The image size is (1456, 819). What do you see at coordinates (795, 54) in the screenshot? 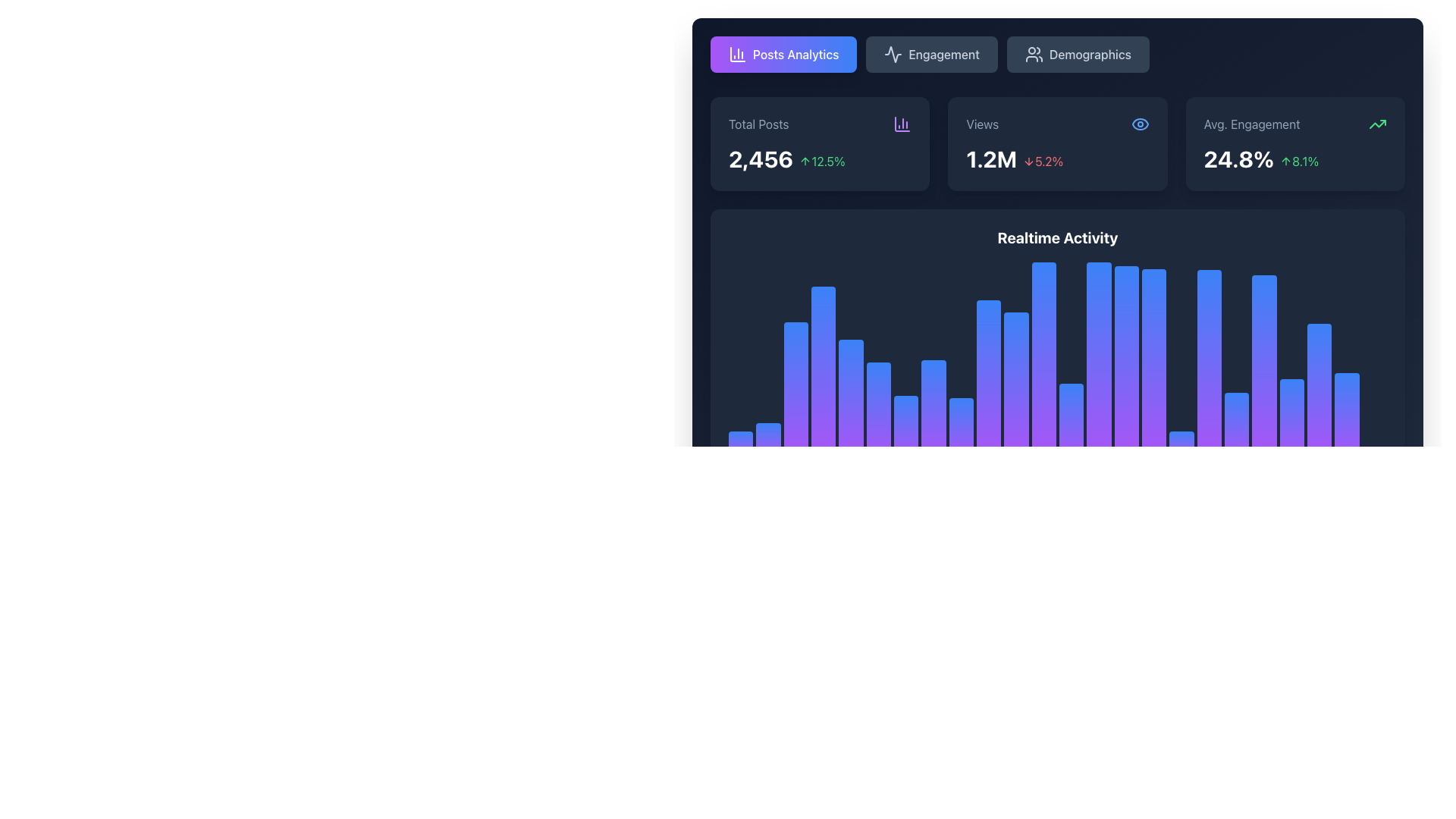
I see `the Text Label that indicates the functionality of the button related` at bounding box center [795, 54].